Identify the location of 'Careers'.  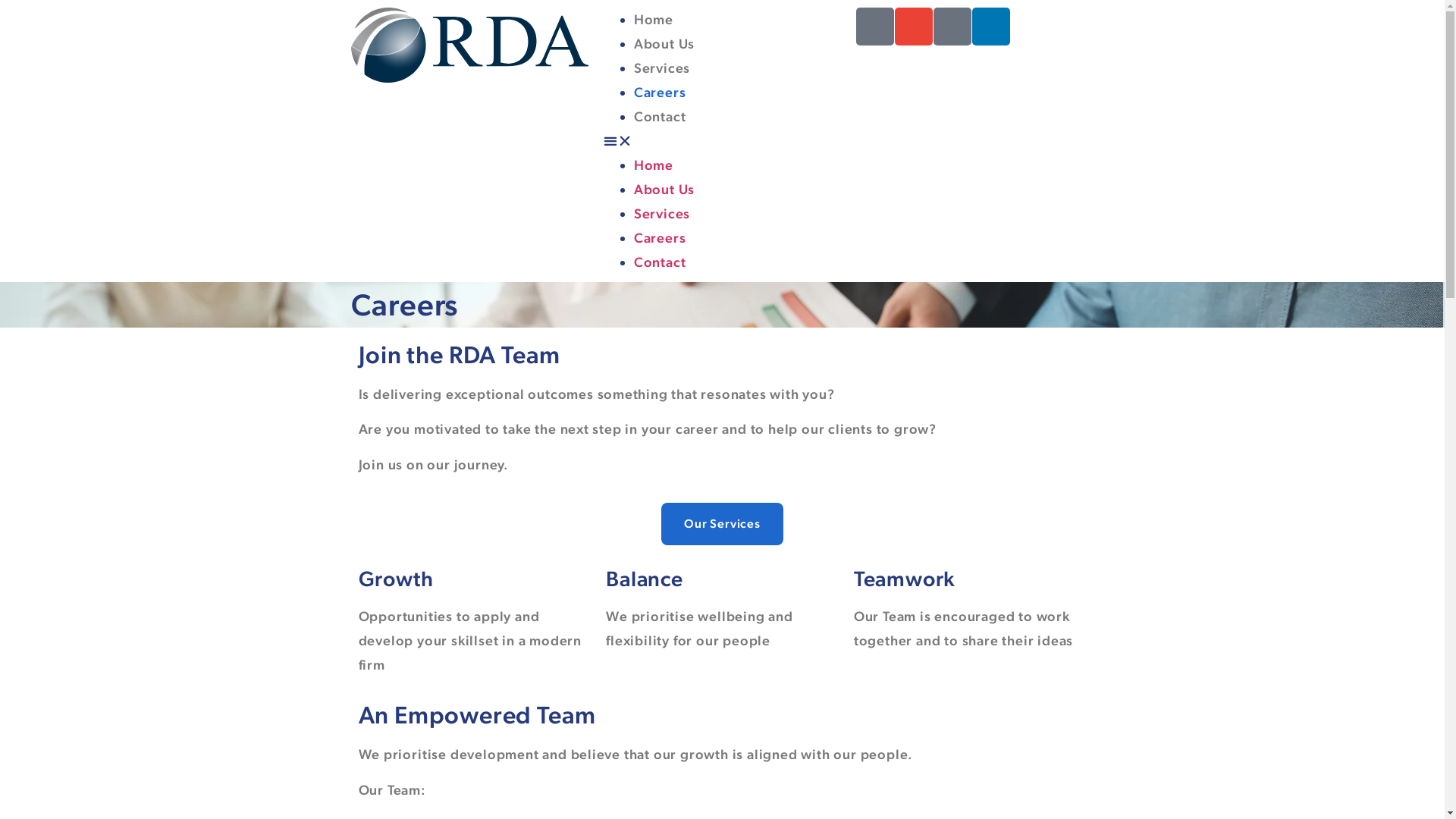
(660, 92).